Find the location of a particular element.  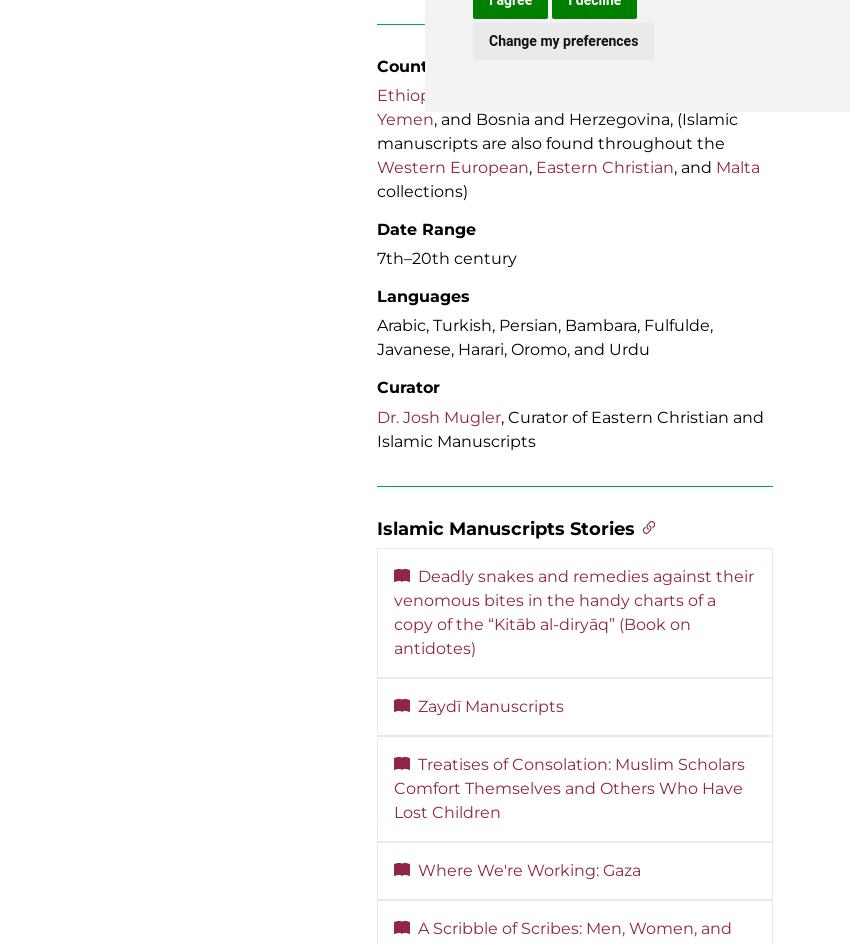

'Gaza' is located at coordinates (469, 94).